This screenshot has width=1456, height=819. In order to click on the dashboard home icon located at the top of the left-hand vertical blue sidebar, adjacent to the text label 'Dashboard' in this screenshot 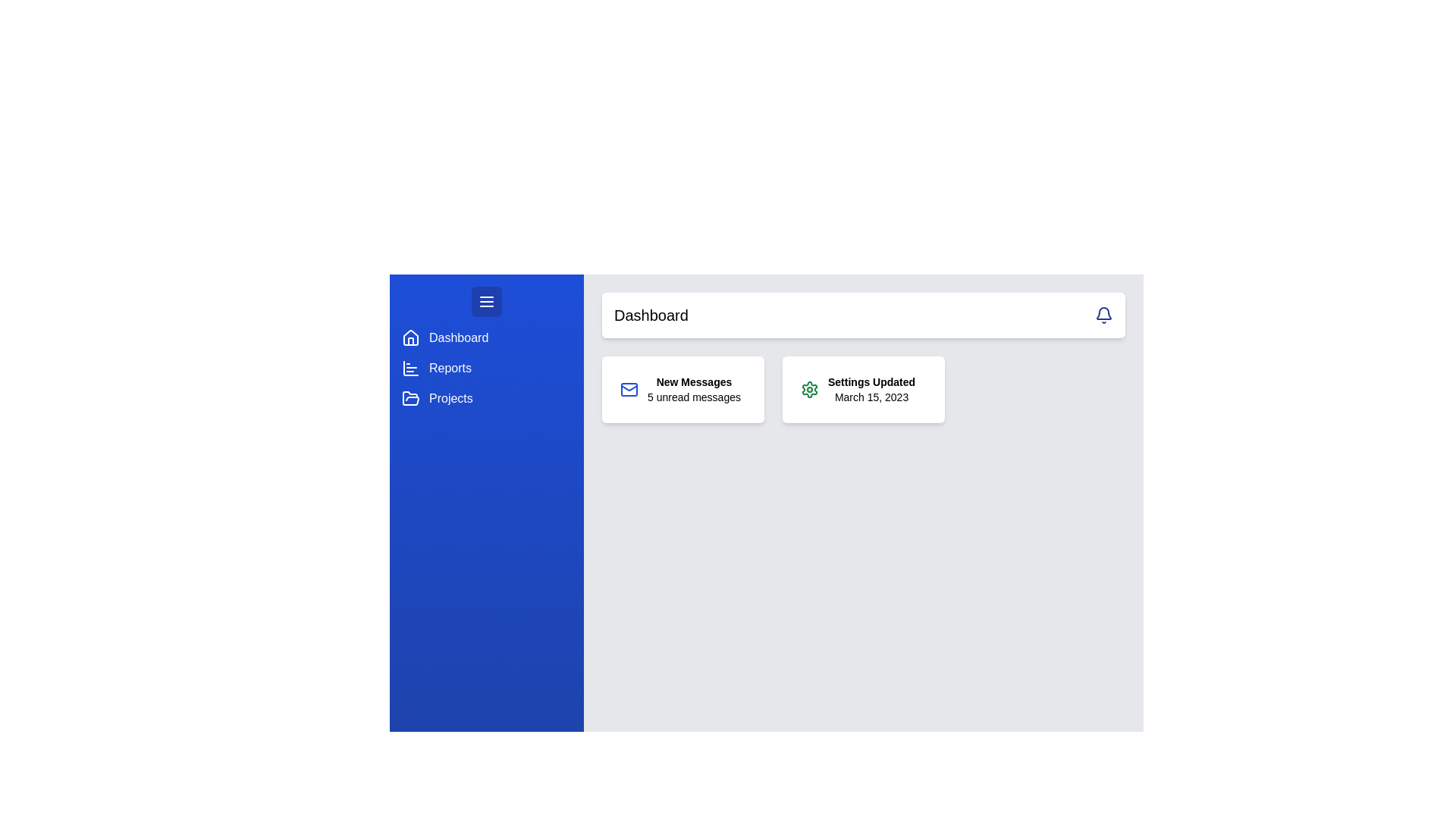, I will do `click(411, 337)`.